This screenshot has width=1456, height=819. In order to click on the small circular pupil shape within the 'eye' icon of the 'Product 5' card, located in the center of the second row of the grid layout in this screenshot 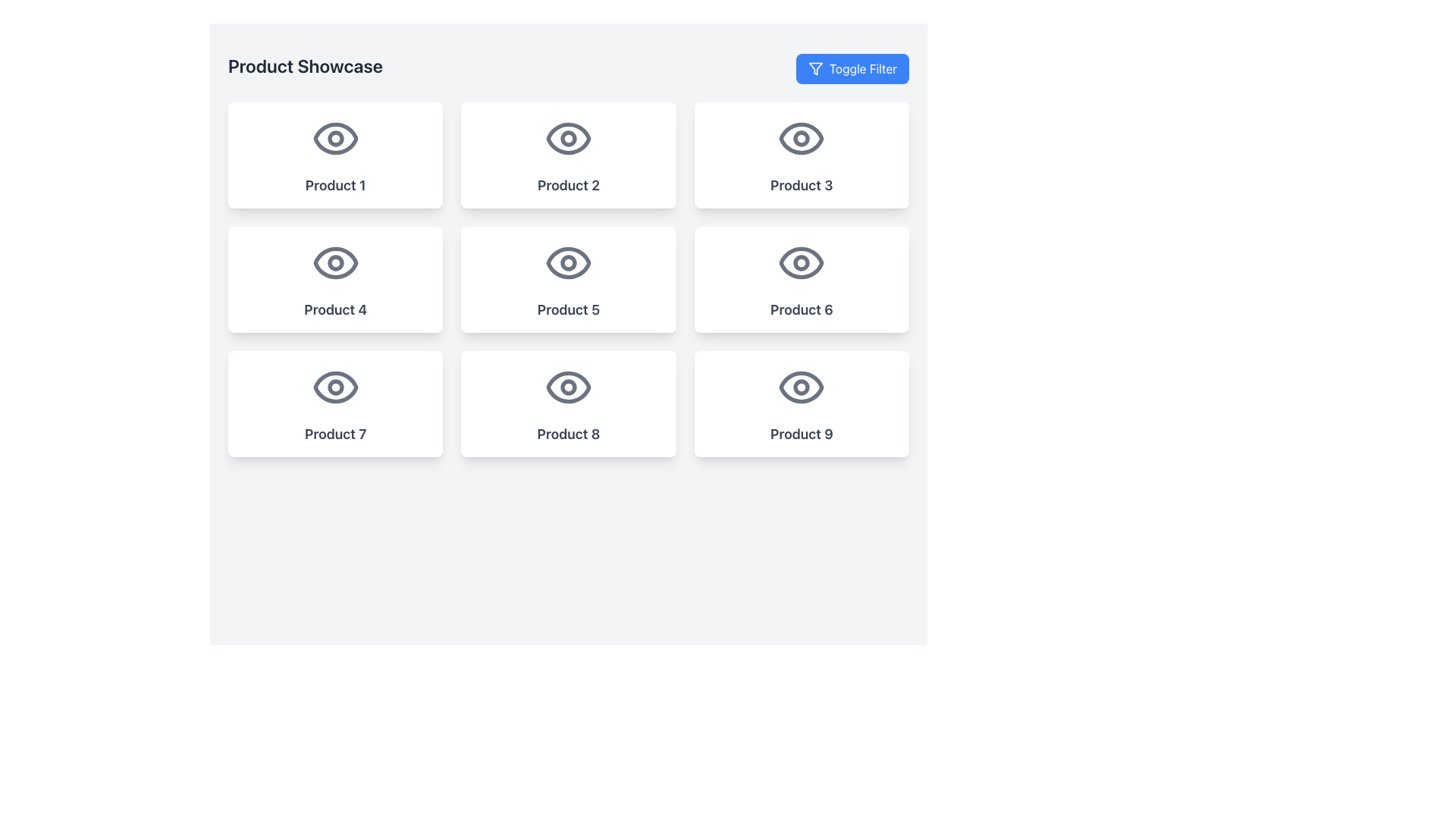, I will do `click(567, 262)`.